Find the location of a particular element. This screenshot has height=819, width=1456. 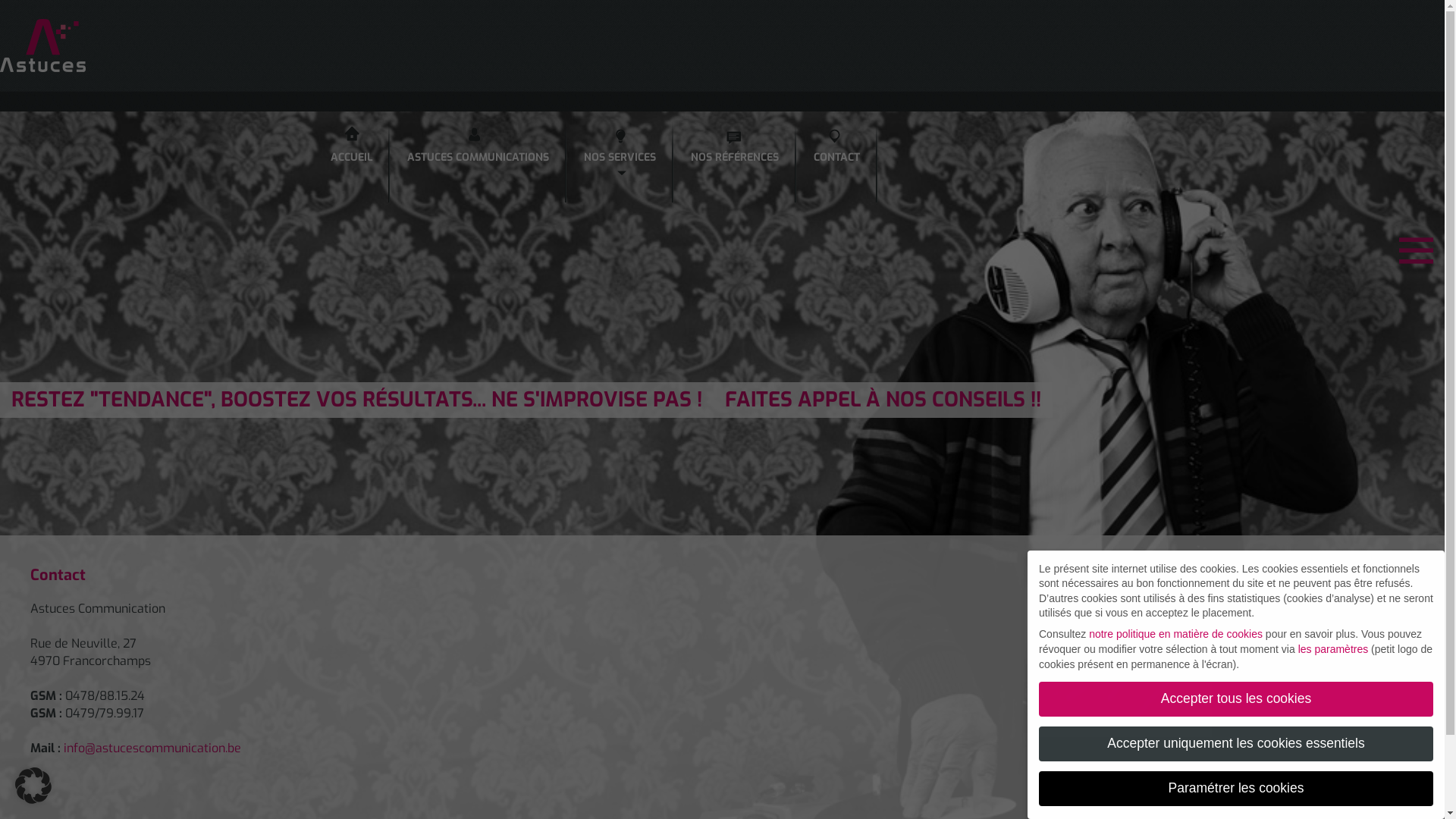

'Accepter uniquement les cookies essentiels' is located at coordinates (1236, 742).